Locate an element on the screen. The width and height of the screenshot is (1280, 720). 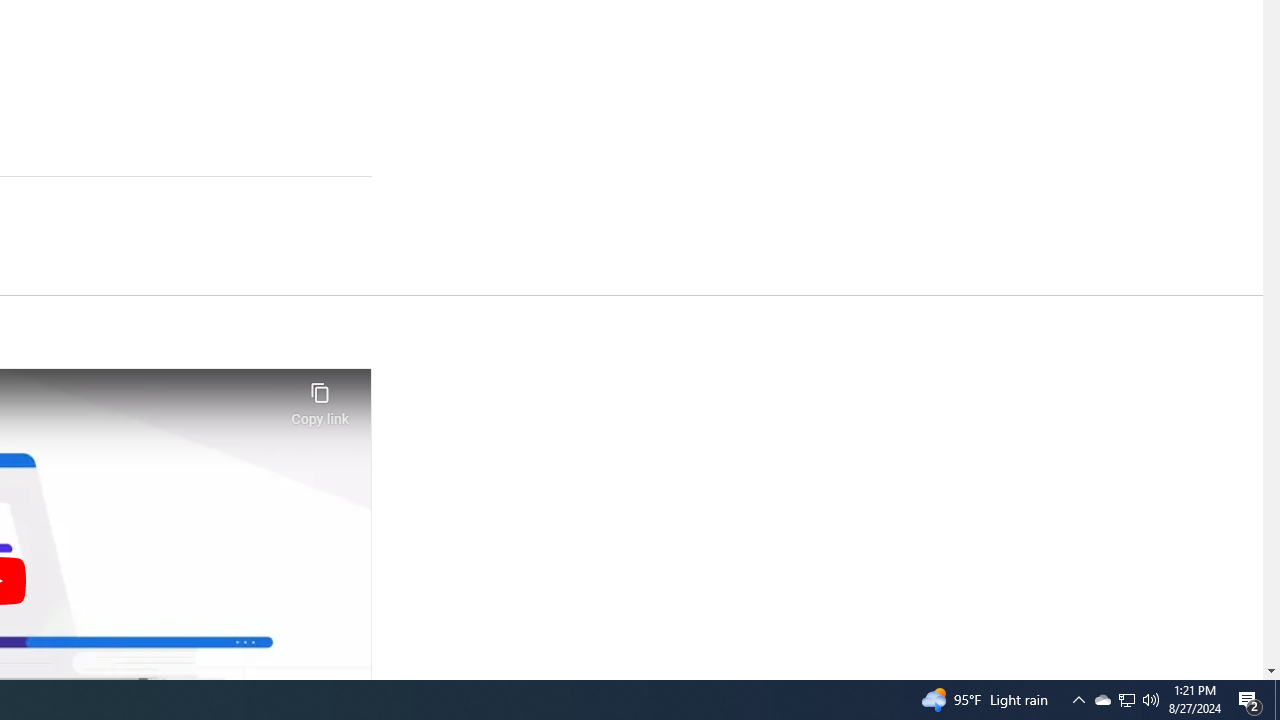
'Copy link' is located at coordinates (320, 398).